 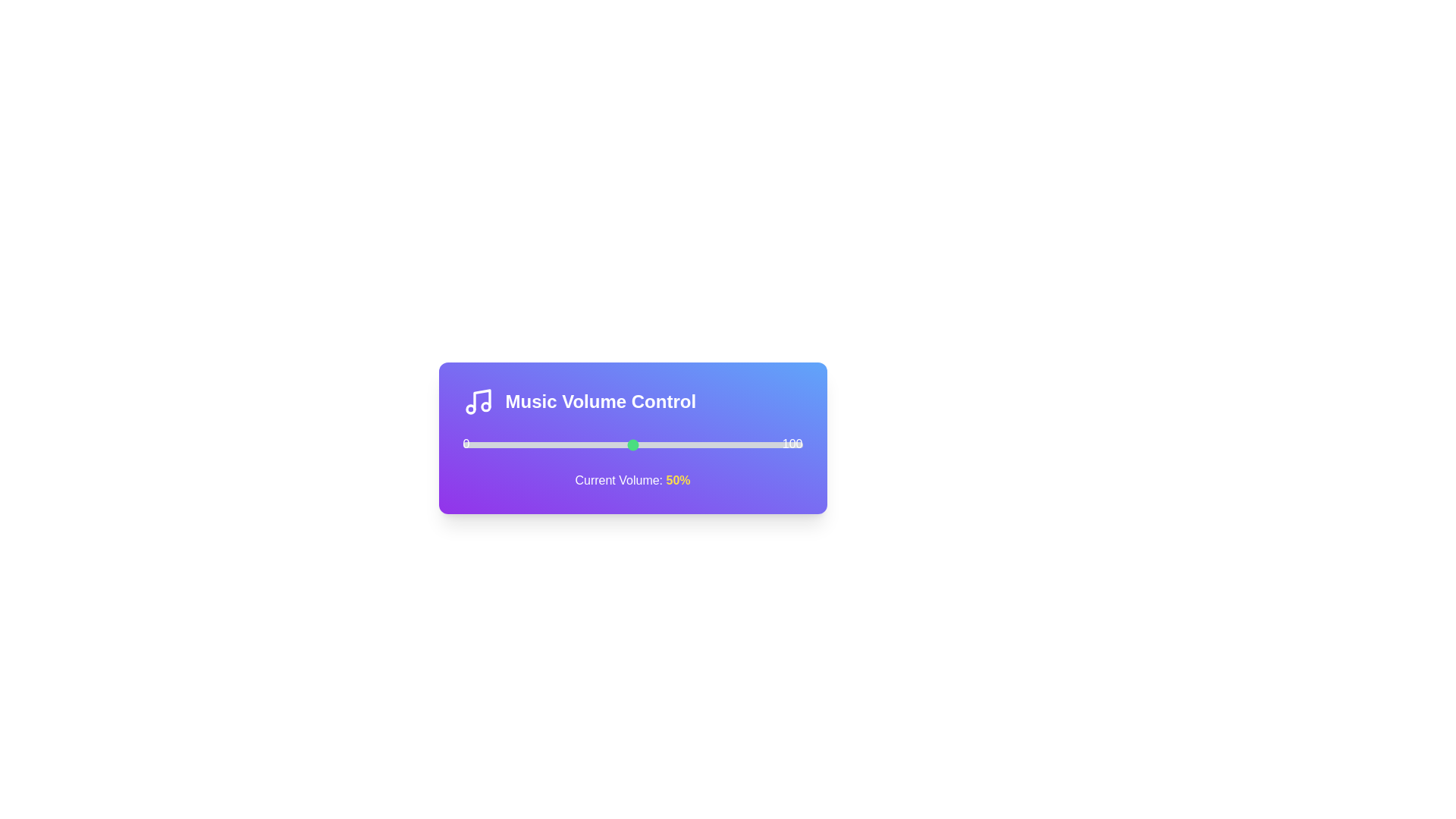 What do you see at coordinates (619, 444) in the screenshot?
I see `the volume to 46% by interacting with the slider` at bounding box center [619, 444].